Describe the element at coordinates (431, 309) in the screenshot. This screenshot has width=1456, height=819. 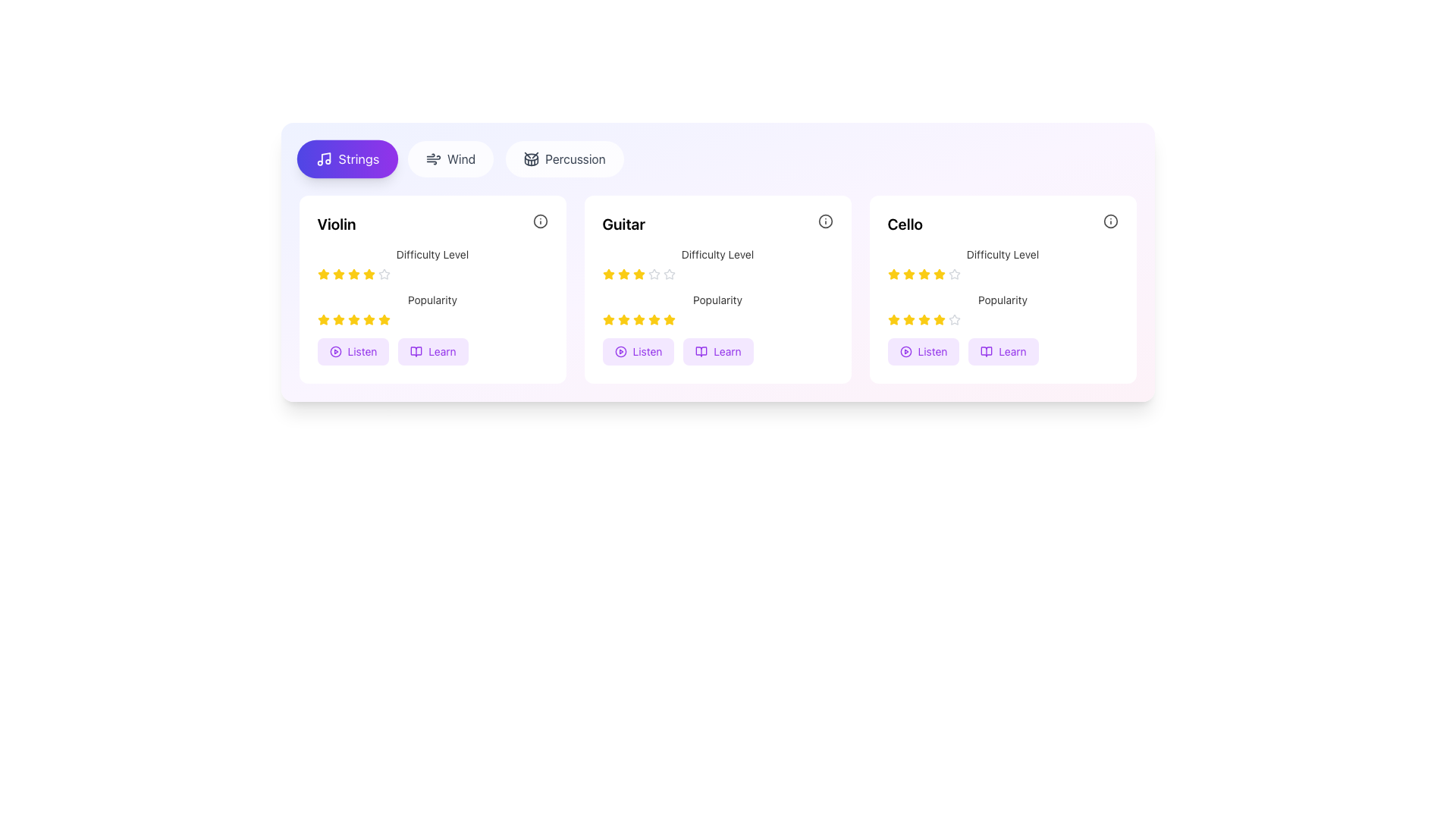
I see `the popularity rating displayed by the label with filled yellow stars in the middle field of the 'Violin' section, located between the 'Difficulty Level' section and the 'Listen' and 'Learn' buttons` at that location.